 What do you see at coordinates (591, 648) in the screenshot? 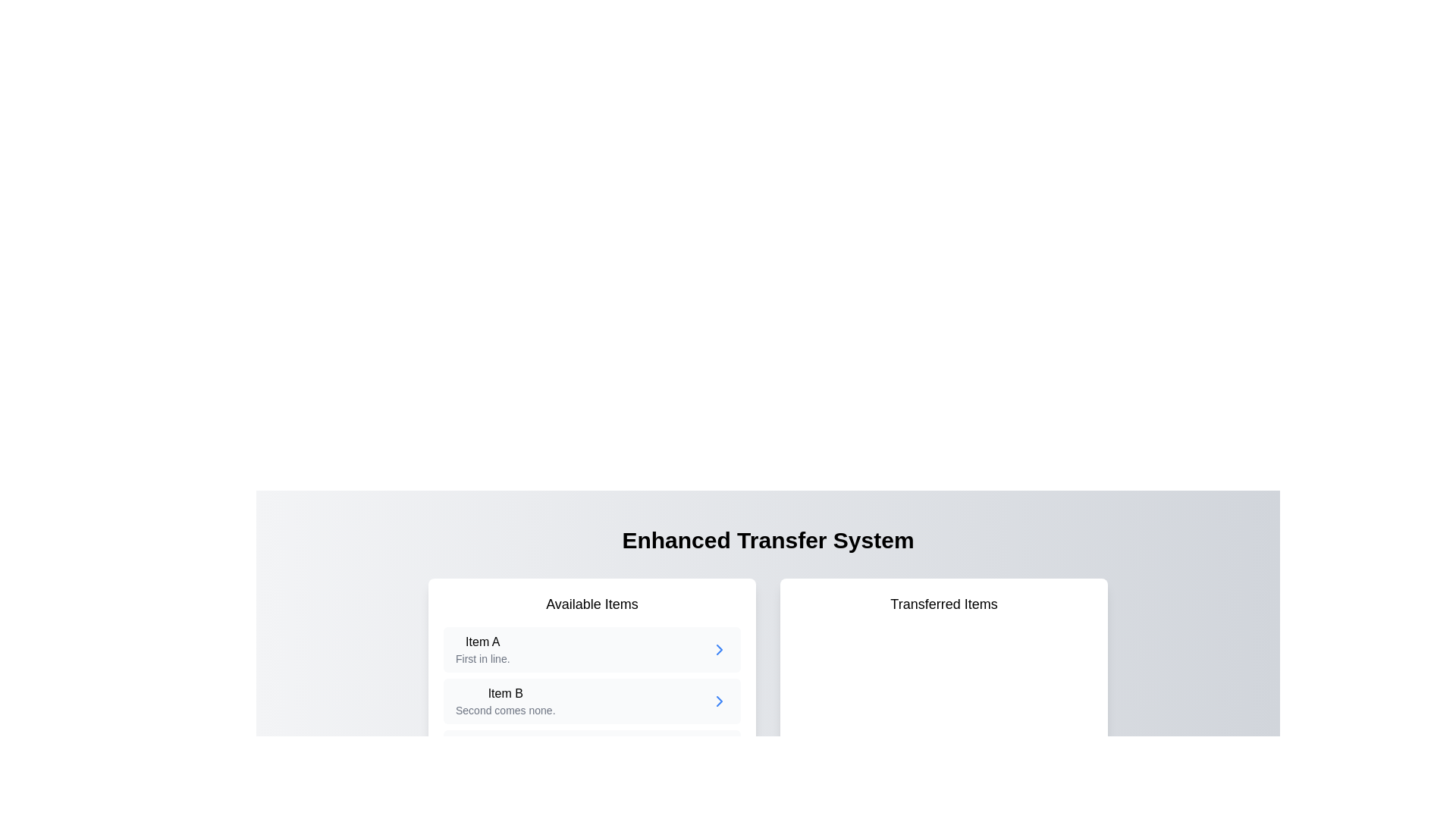
I see `information from the first item in the list labeled 'Available Items', which contains an embedded navigation indicator` at bounding box center [591, 648].